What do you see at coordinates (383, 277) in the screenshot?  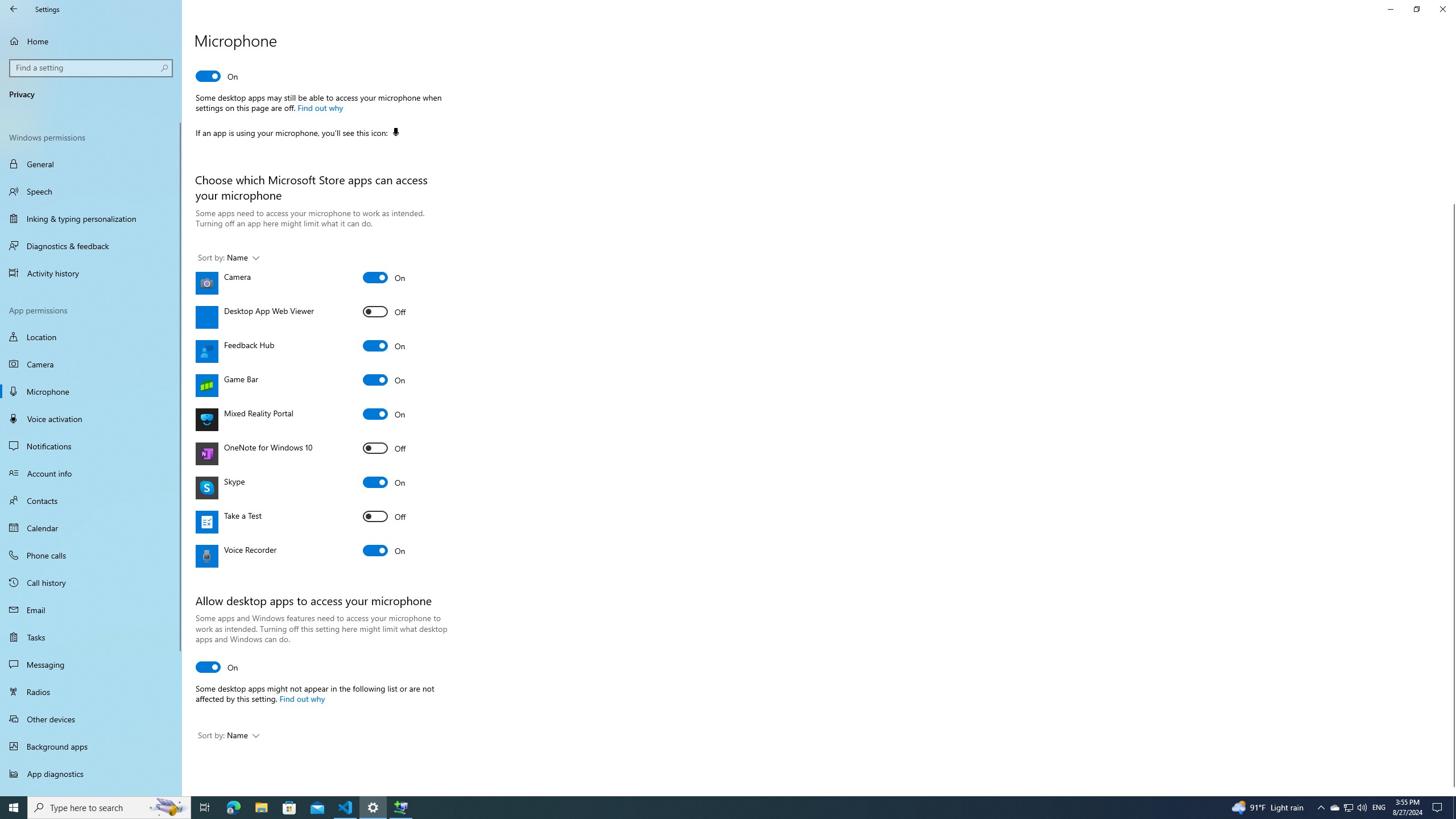 I see `'Camera'` at bounding box center [383, 277].